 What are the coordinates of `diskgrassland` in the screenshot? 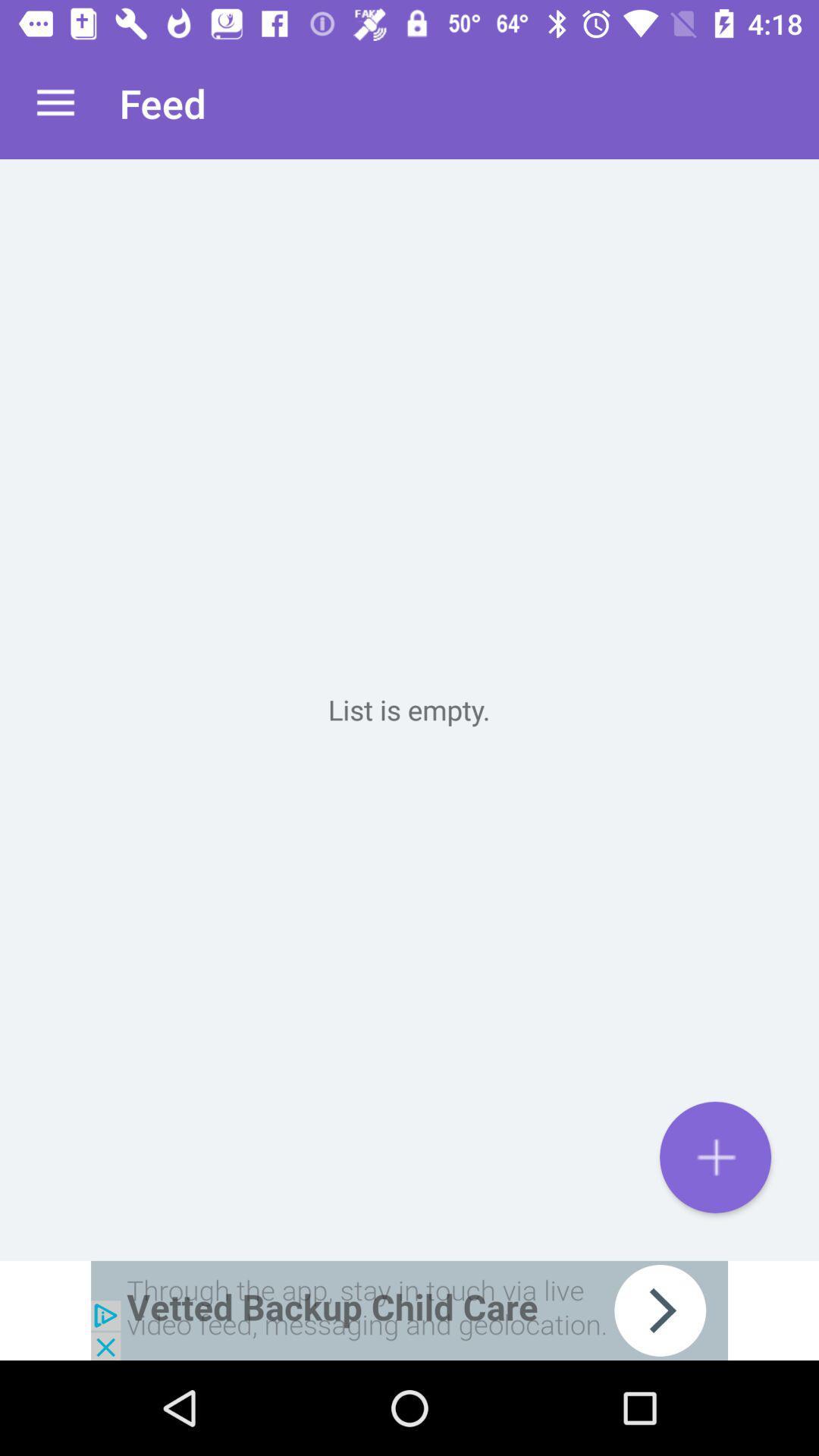 It's located at (409, 709).